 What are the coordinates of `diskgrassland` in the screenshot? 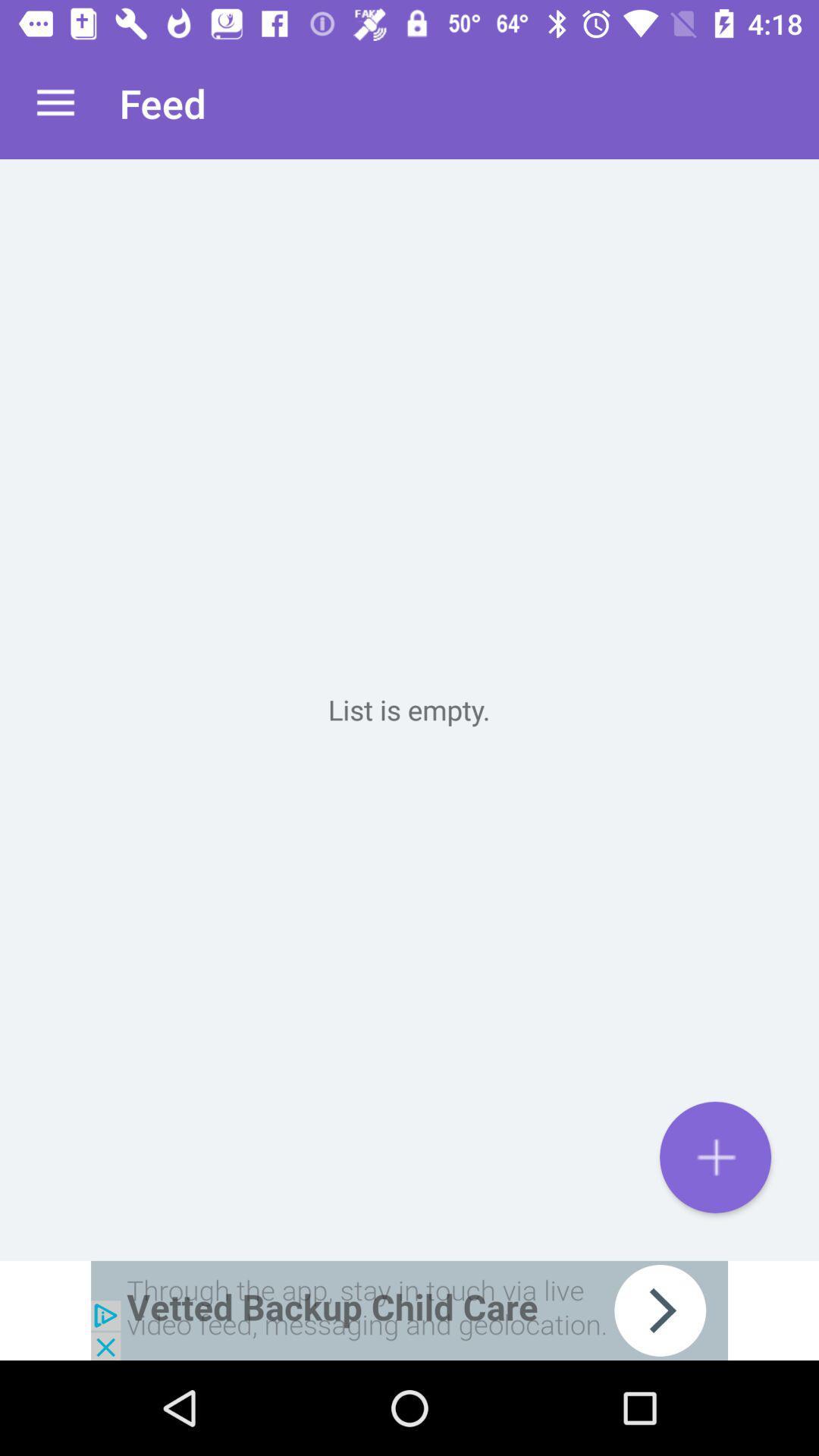 It's located at (409, 709).